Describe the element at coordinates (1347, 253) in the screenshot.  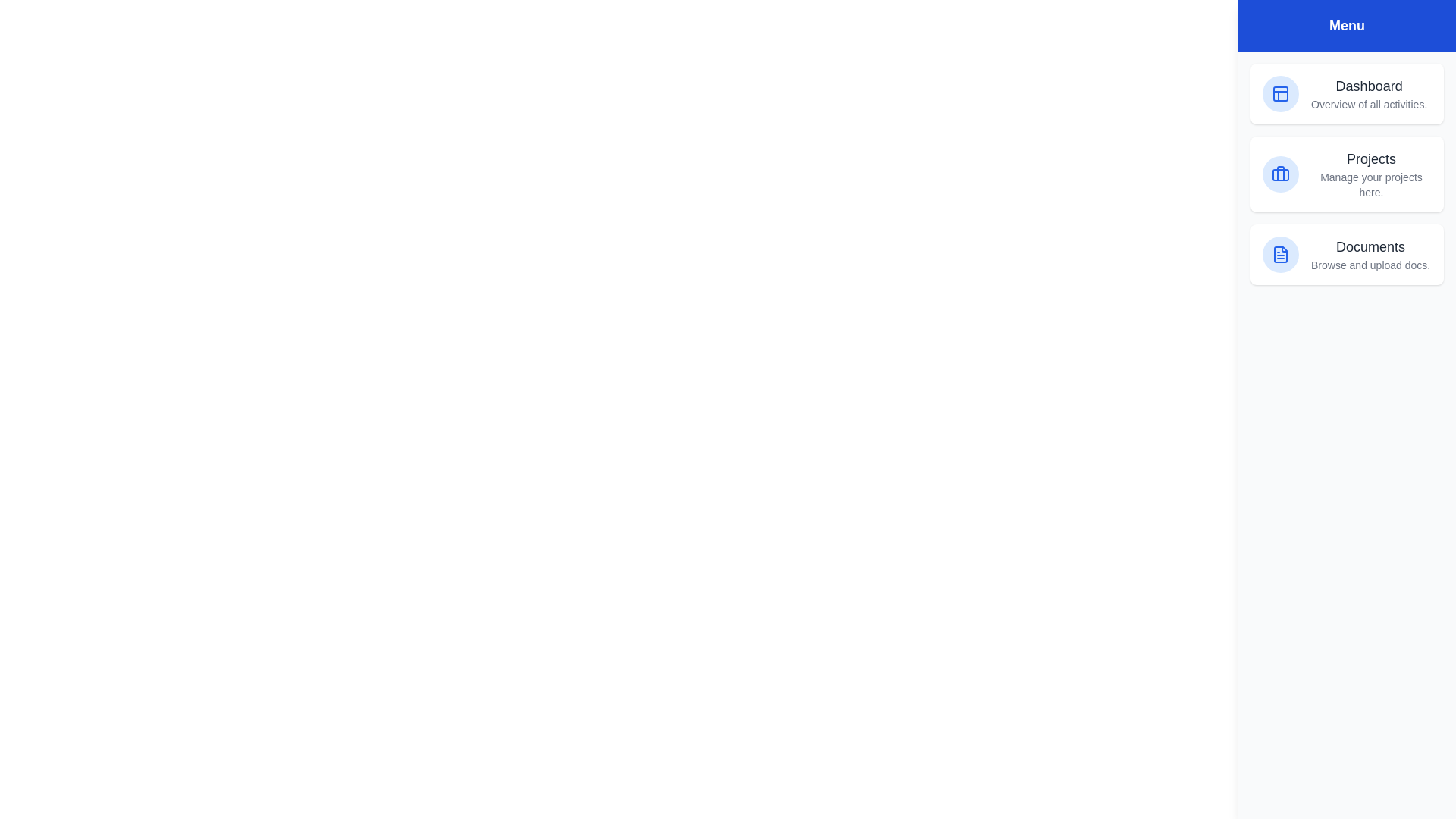
I see `the menu item Documents from the list` at that location.